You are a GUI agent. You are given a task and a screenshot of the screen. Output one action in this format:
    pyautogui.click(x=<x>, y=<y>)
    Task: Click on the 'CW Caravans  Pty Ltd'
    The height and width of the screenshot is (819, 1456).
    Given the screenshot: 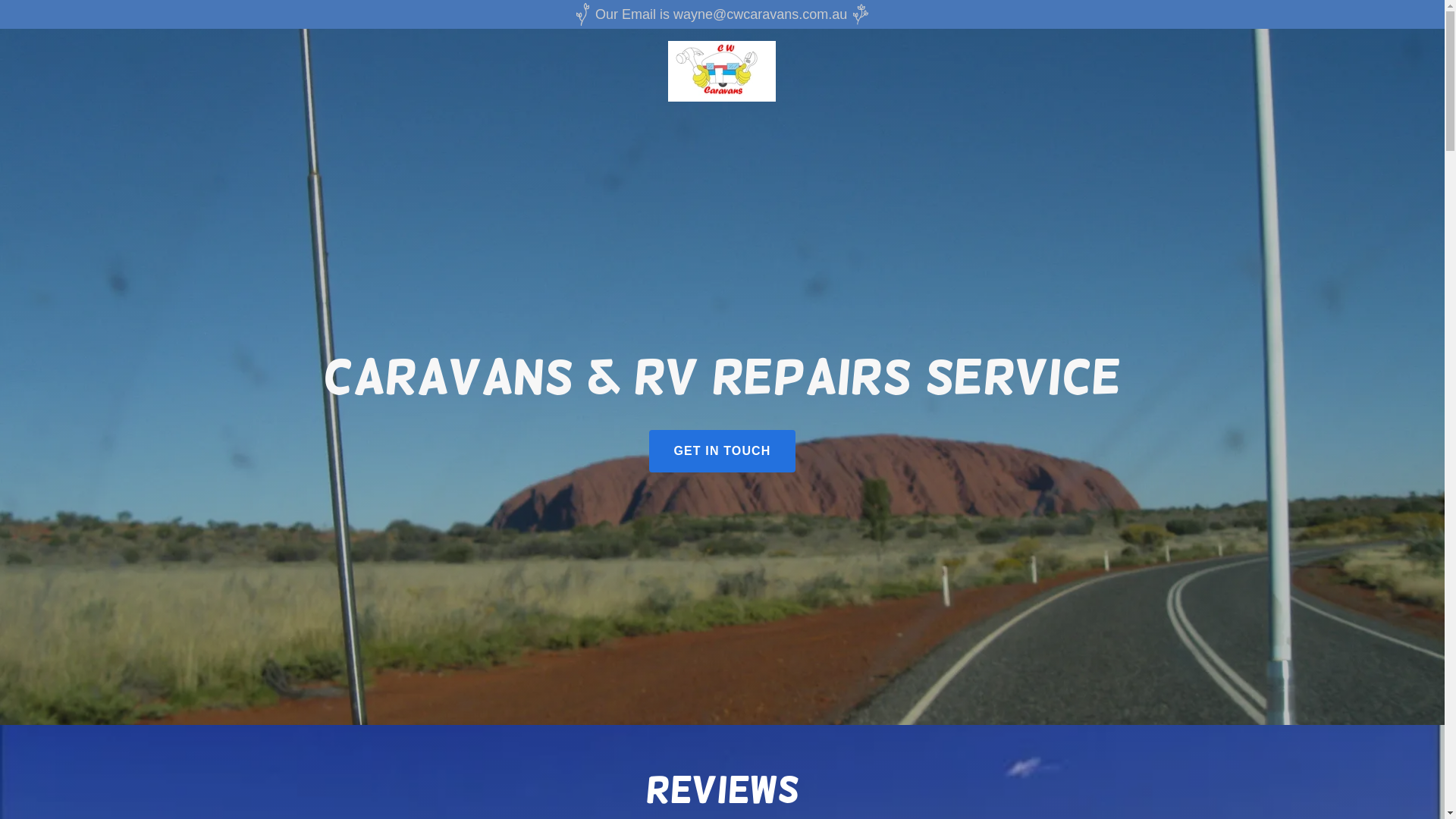 What is the action you would take?
    pyautogui.click(x=720, y=70)
    